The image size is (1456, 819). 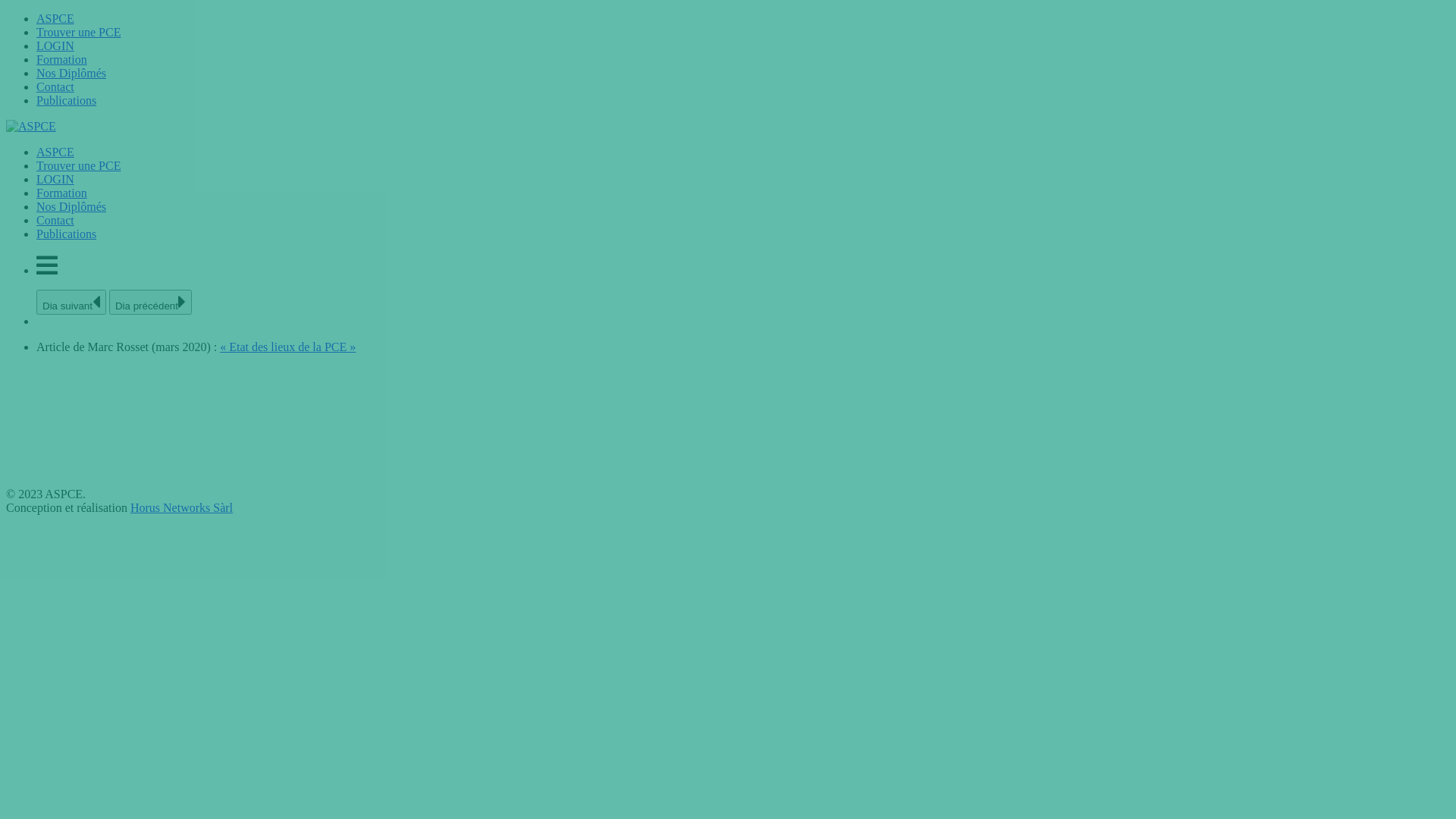 What do you see at coordinates (71, 302) in the screenshot?
I see `'Dia suivant'` at bounding box center [71, 302].